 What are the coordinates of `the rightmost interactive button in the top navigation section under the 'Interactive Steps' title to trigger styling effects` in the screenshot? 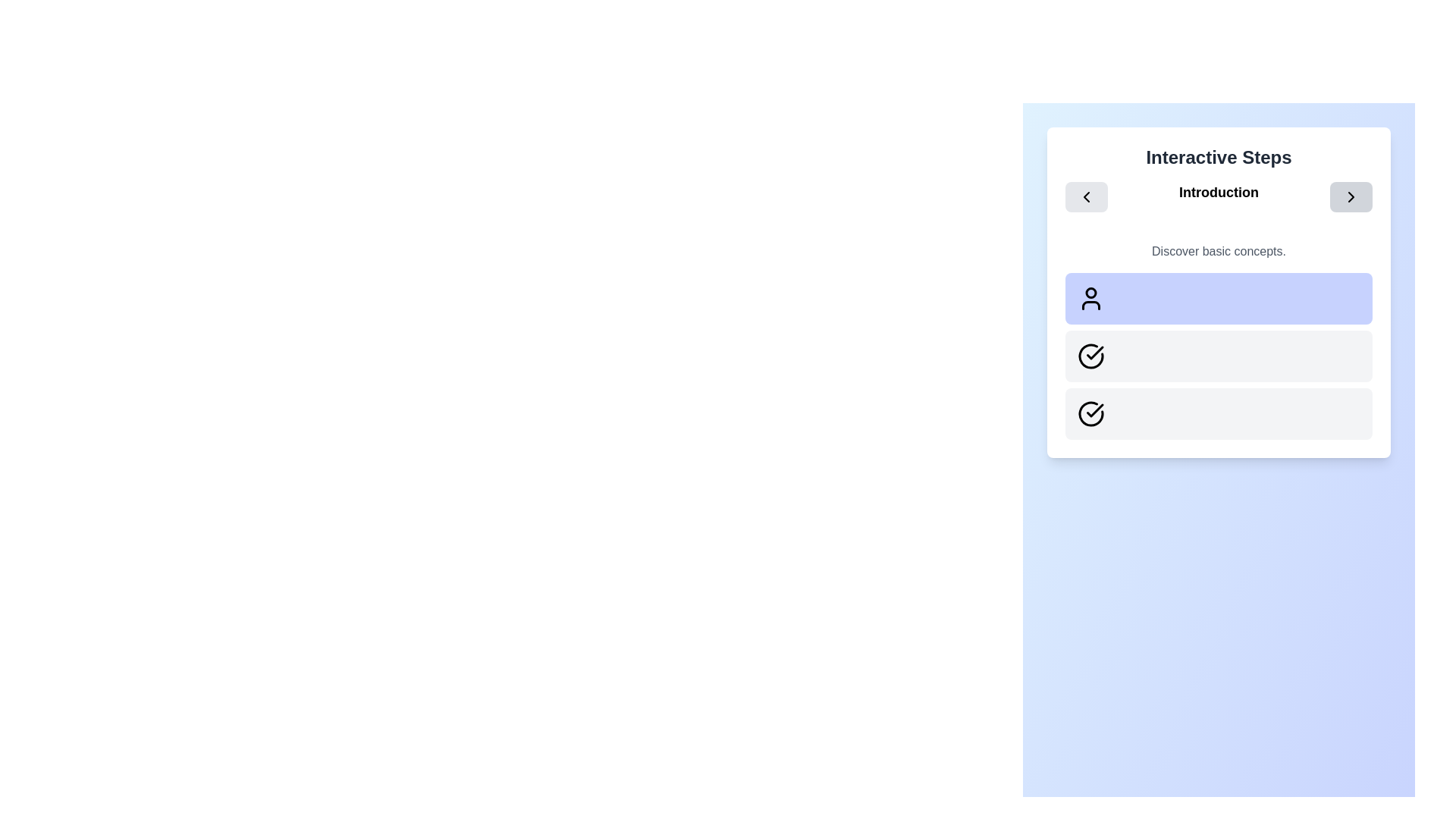 It's located at (1351, 196).